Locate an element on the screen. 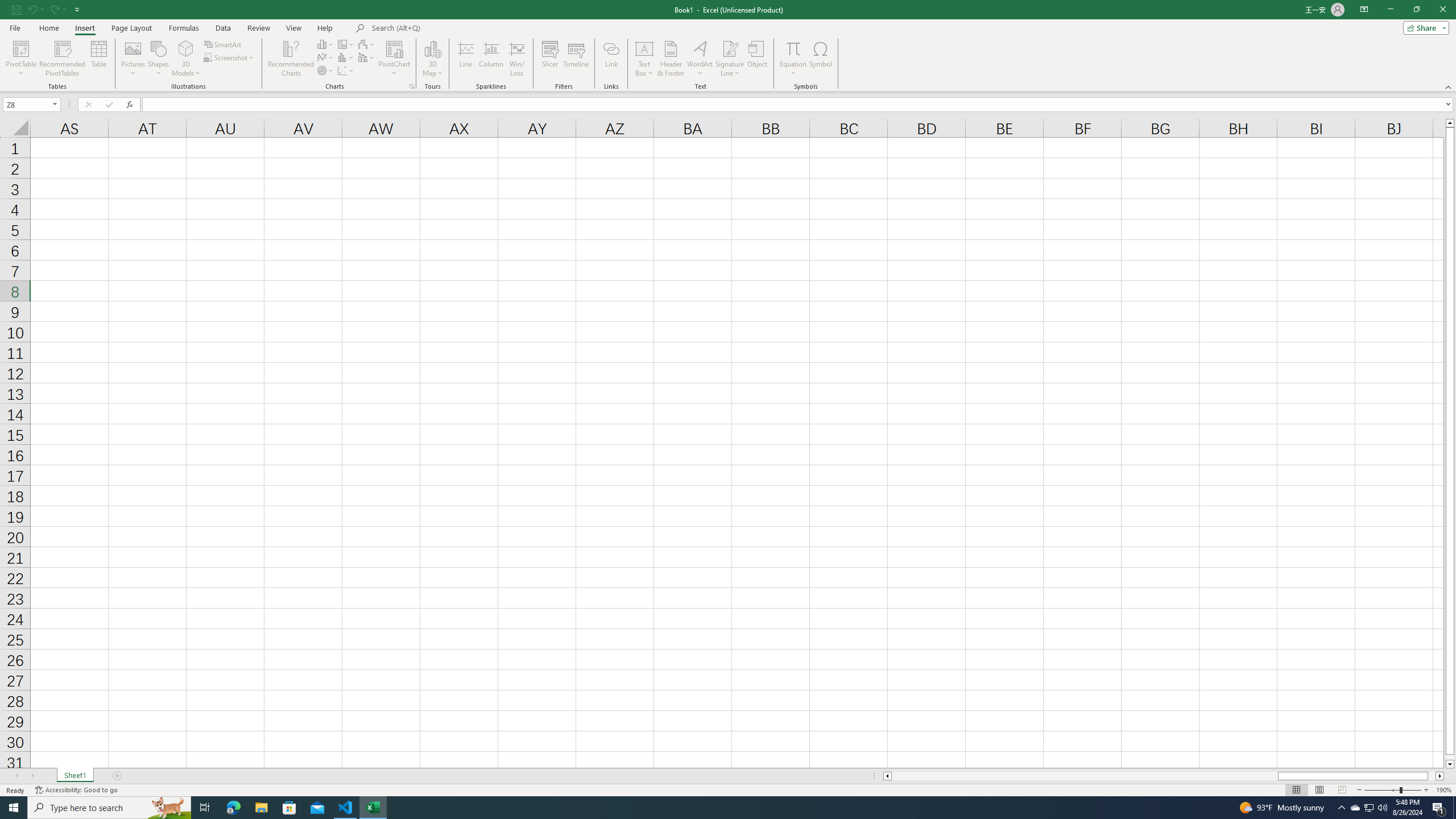 The image size is (1456, 819). 'Column' is located at coordinates (491, 59).